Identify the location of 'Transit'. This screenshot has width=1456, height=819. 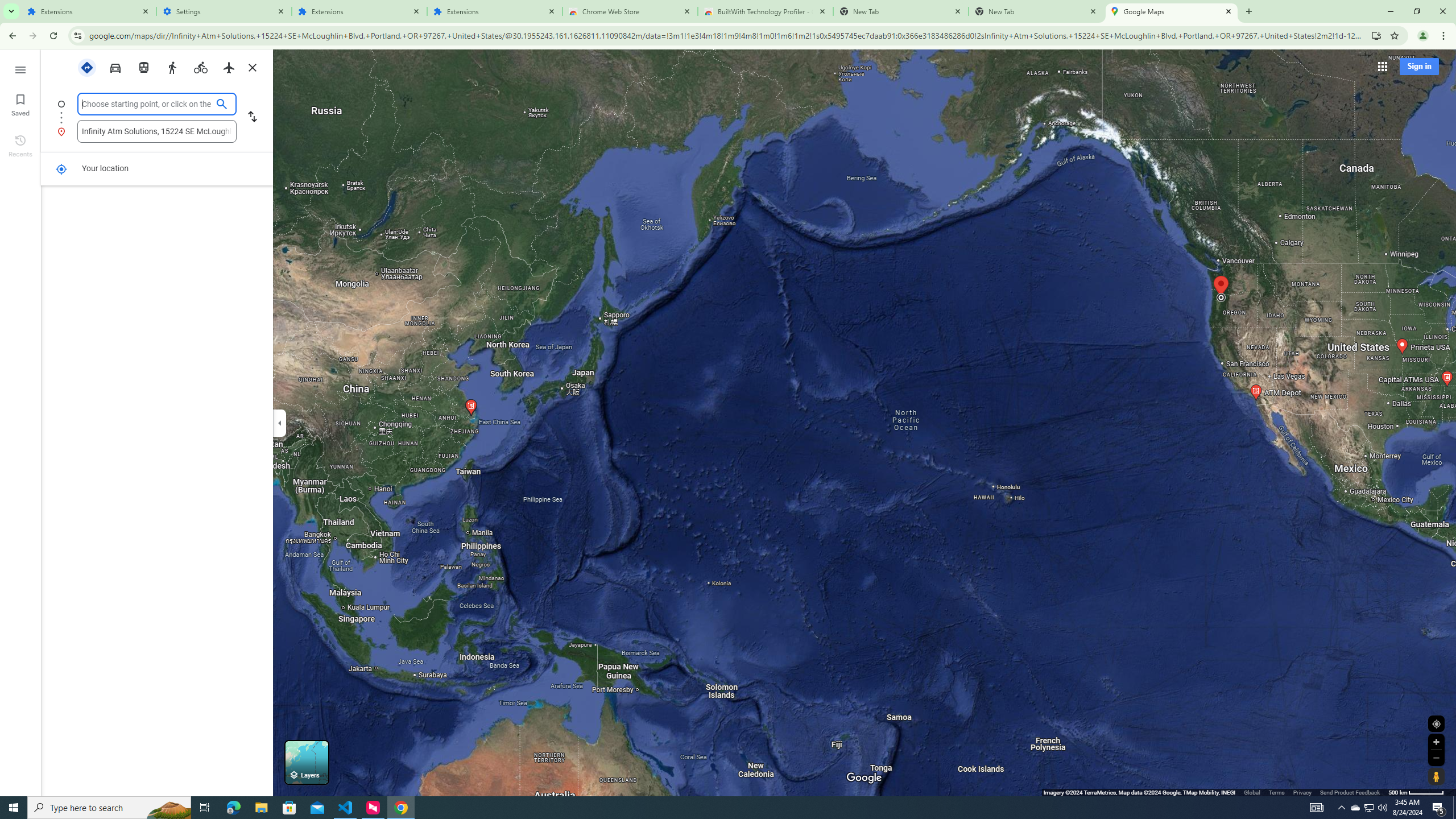
(143, 66).